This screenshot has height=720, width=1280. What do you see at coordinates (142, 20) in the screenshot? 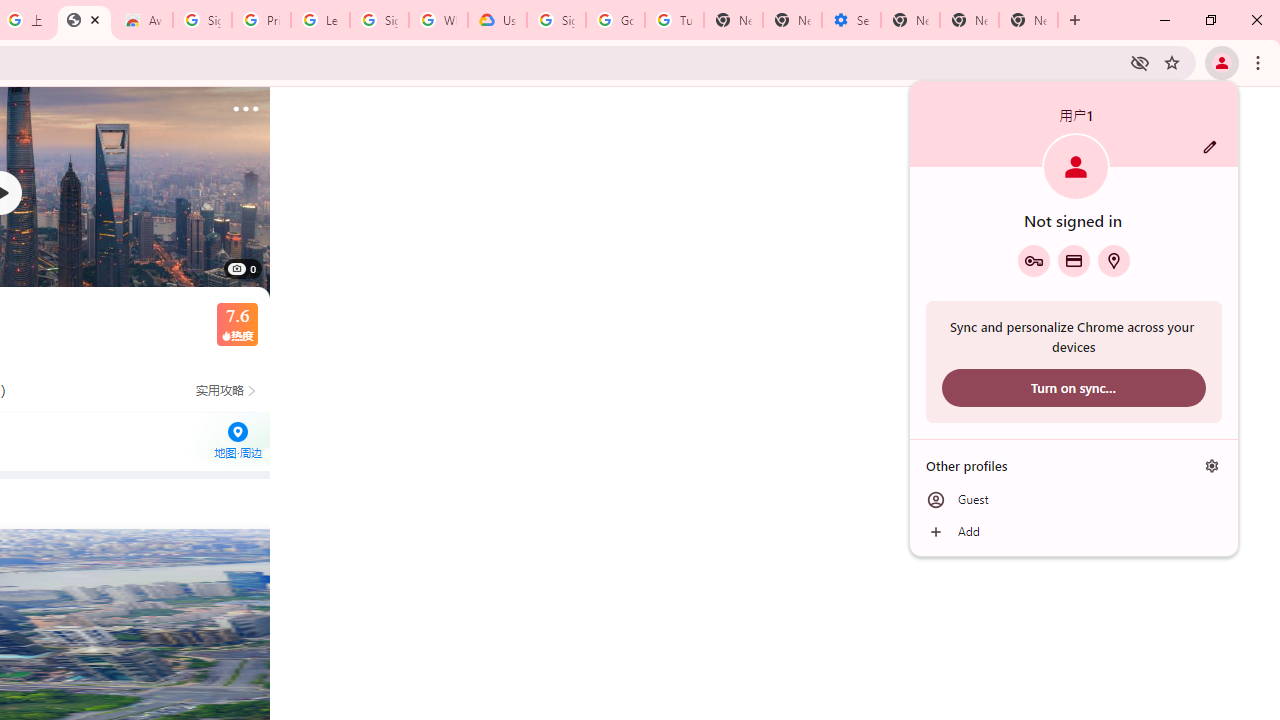
I see `'Awesome Screen Recorder & Screenshot - Chrome Web Store'` at bounding box center [142, 20].